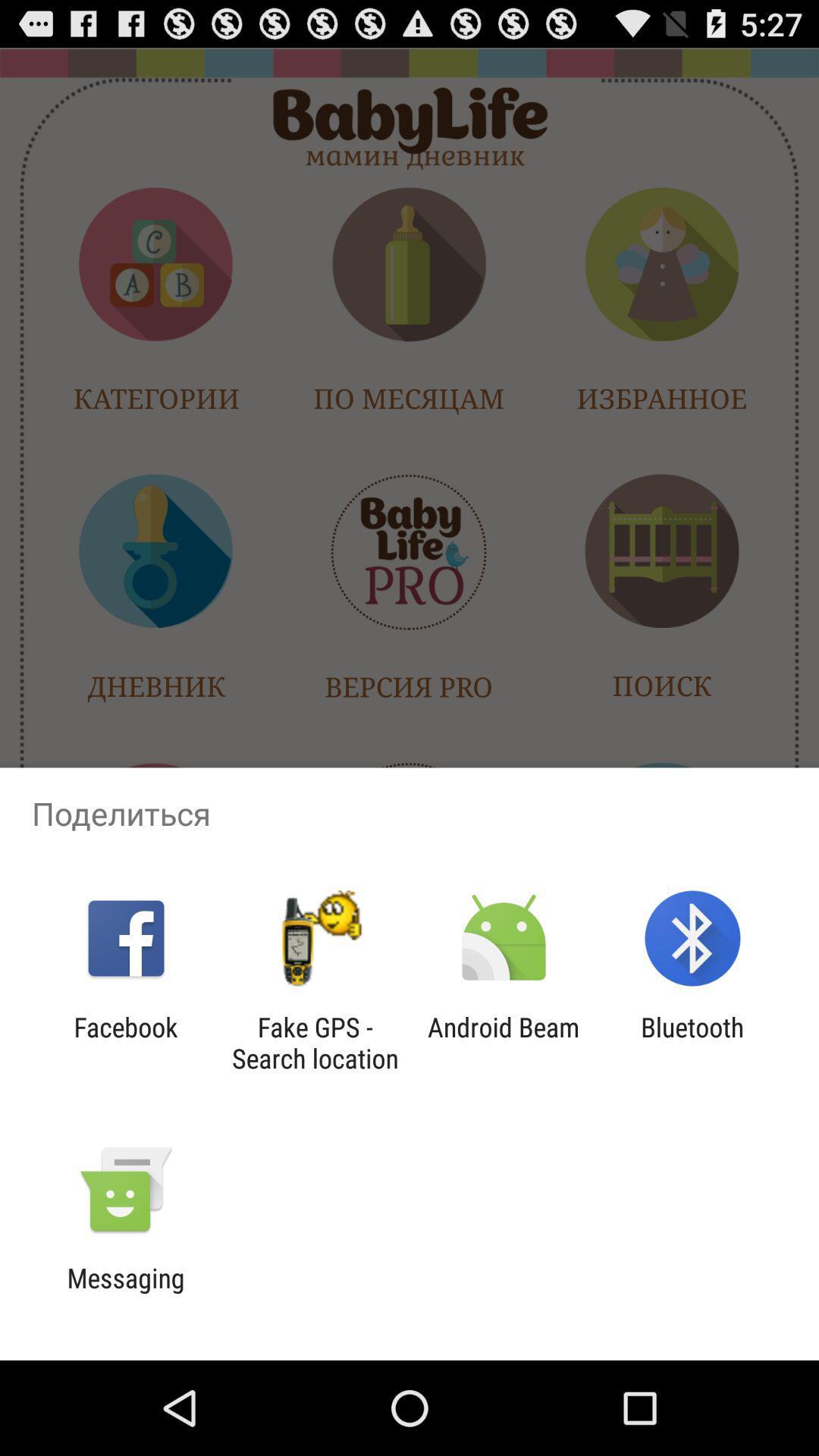 This screenshot has height=1456, width=819. I want to click on the bluetooth item, so click(692, 1042).